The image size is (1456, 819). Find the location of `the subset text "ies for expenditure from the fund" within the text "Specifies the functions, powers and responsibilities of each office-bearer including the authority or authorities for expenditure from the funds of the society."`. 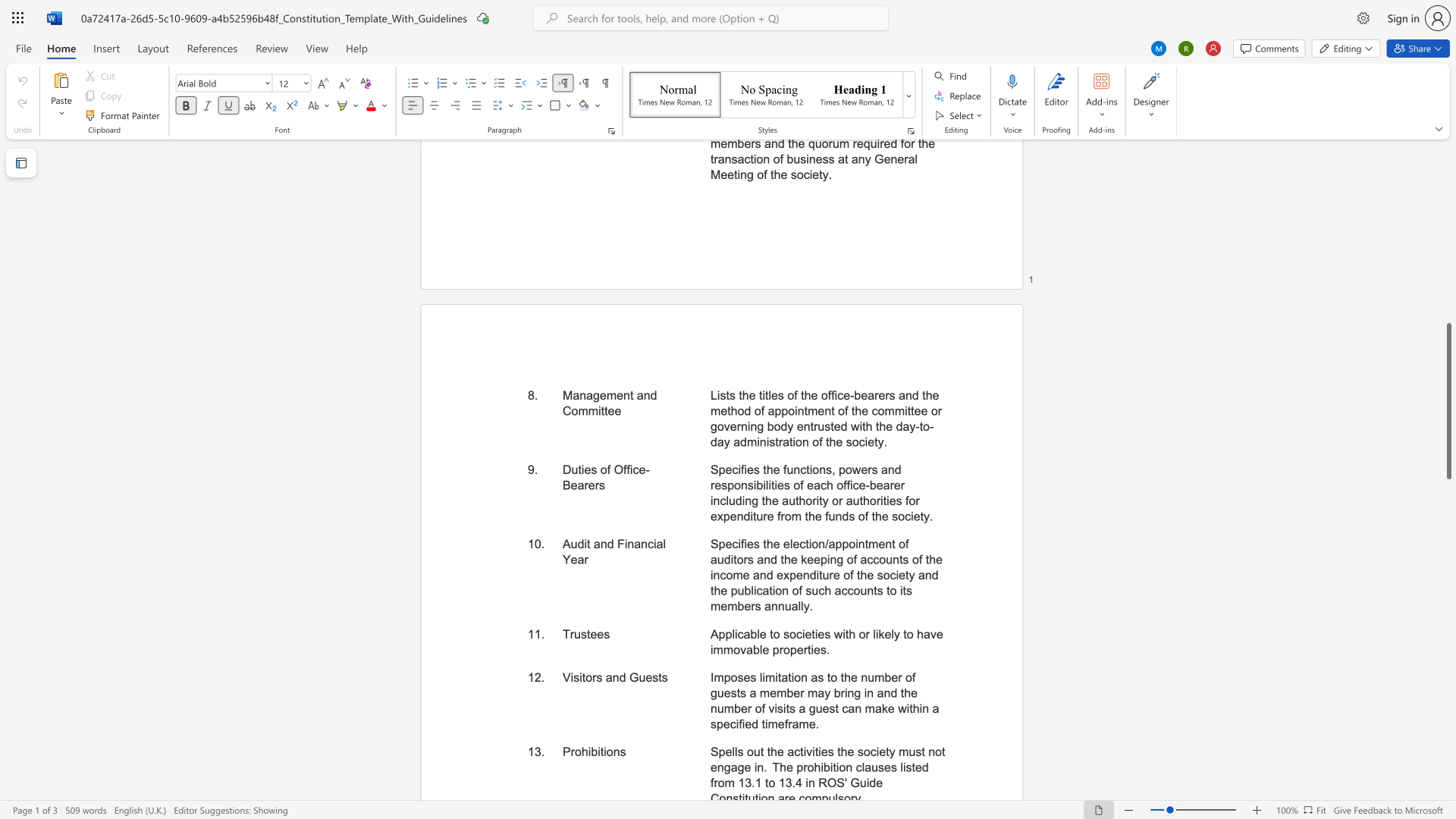

the subset text "ies for expenditure from the fund" within the text "Specifies the functions, powers and responsibilities of each office-bearer including the authority or authorities for expenditure from the funds of the society." is located at coordinates (886, 500).